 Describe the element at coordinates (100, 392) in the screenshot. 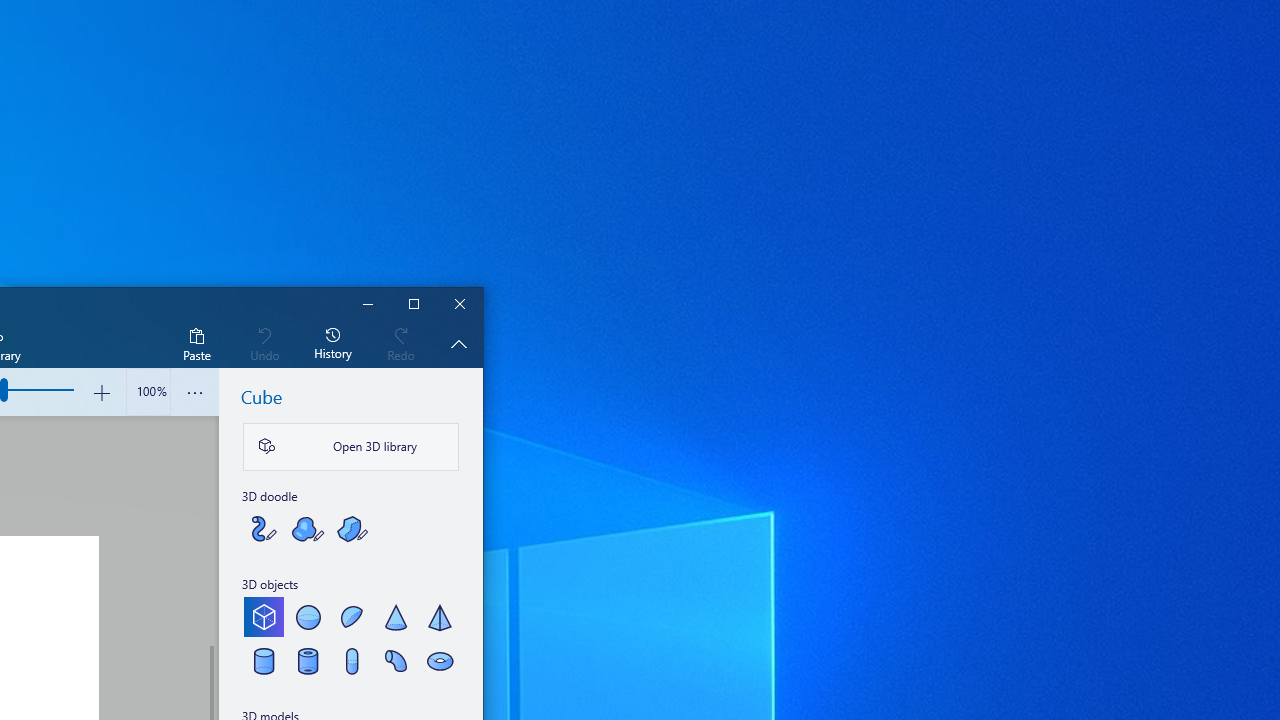

I see `'Zoom in'` at that location.